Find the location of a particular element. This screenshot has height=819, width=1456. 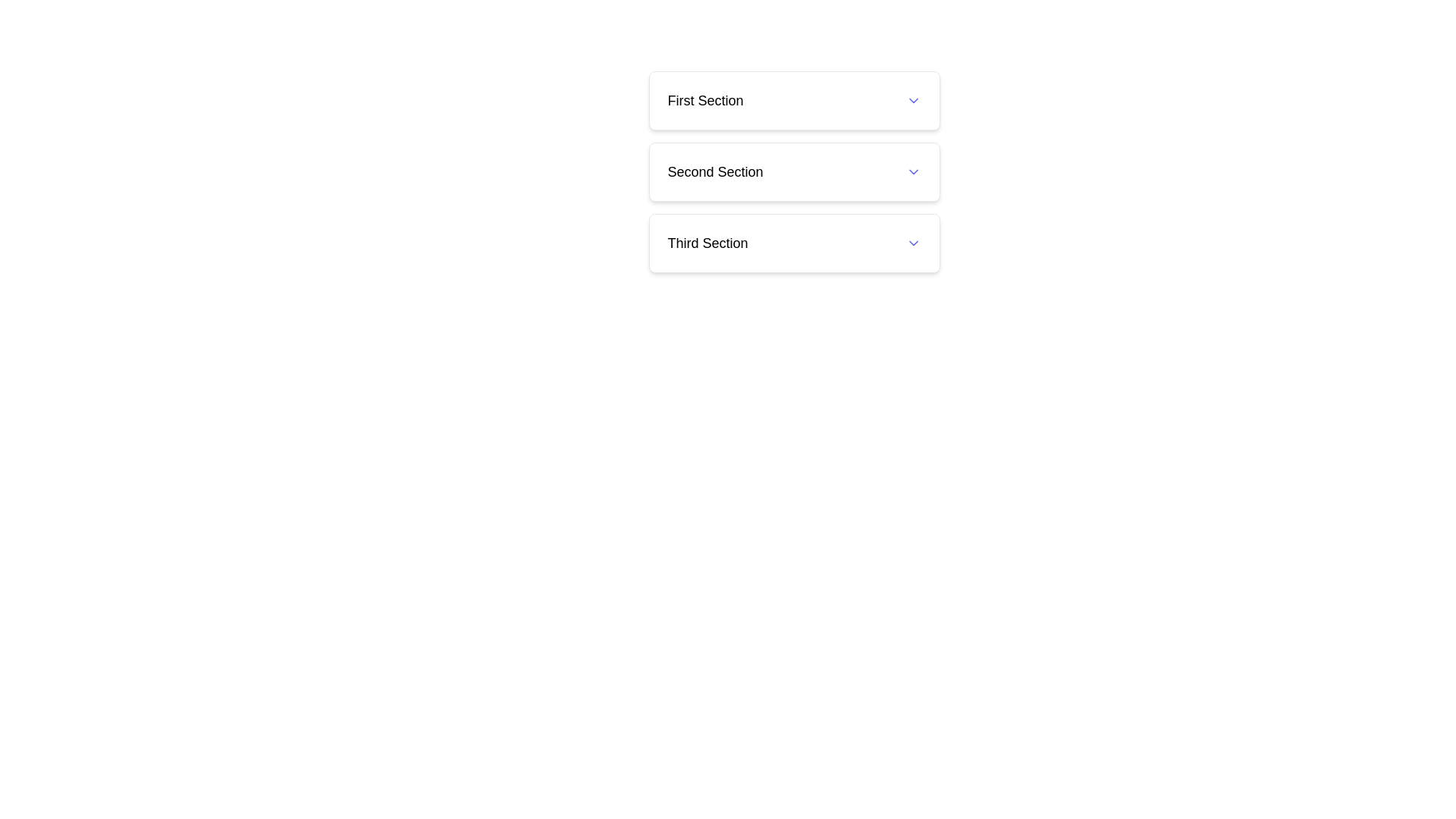

the 'Second Section' Toggle header element for accessibility navigation is located at coordinates (793, 171).